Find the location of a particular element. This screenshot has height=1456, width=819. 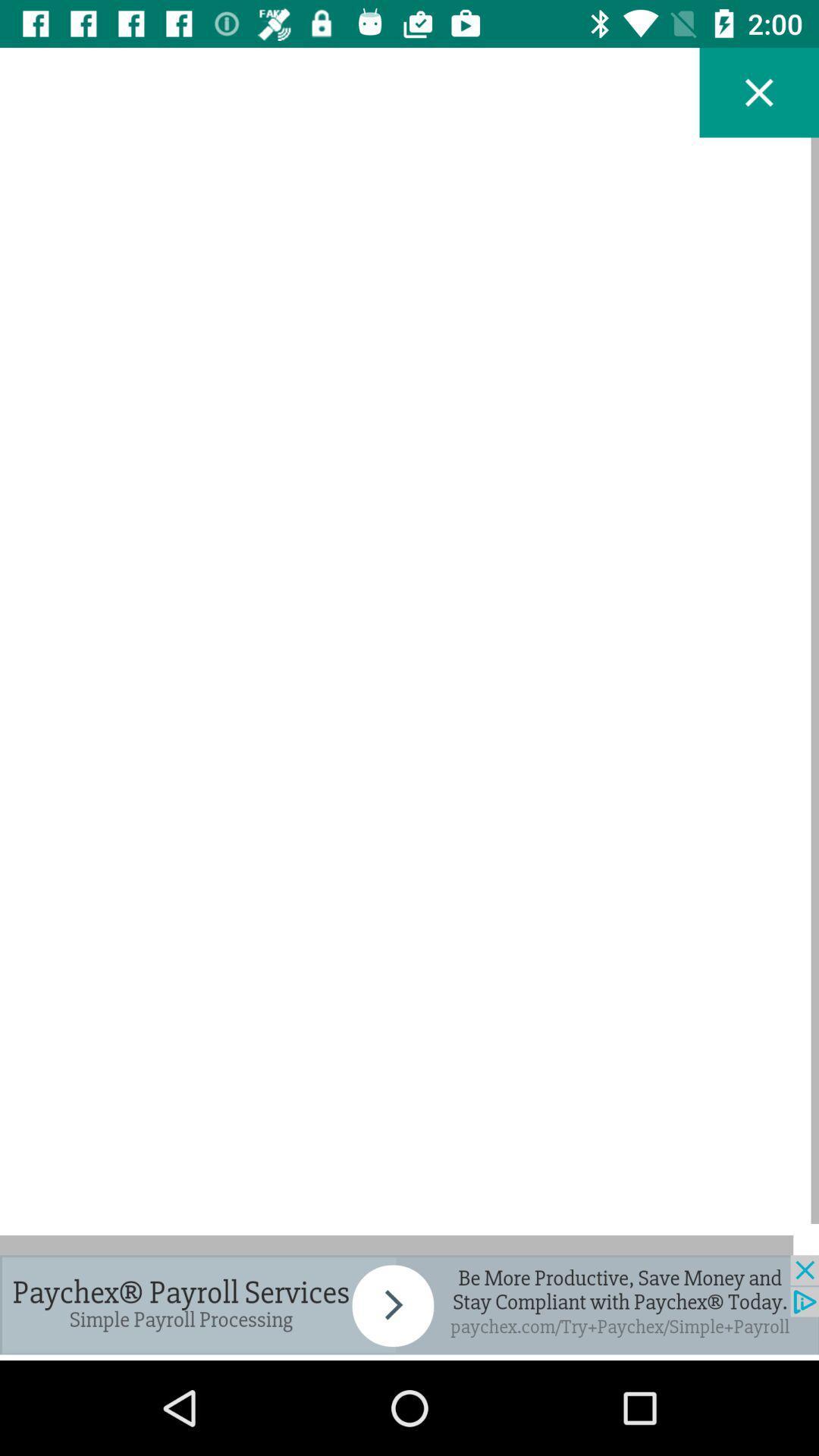

paychex advertisement is located at coordinates (409, 1304).